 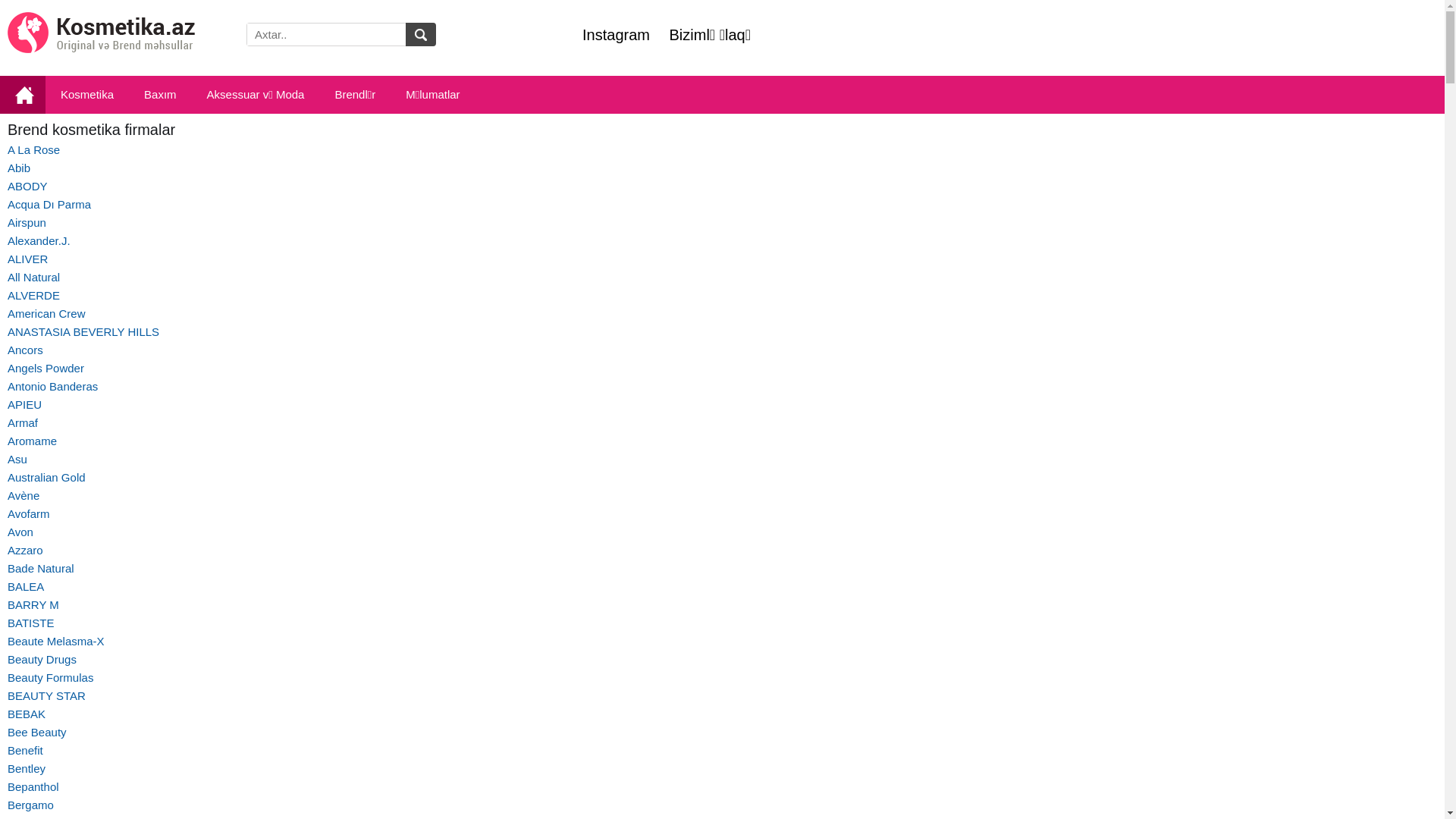 I want to click on 'Australian Gold', so click(x=46, y=476).